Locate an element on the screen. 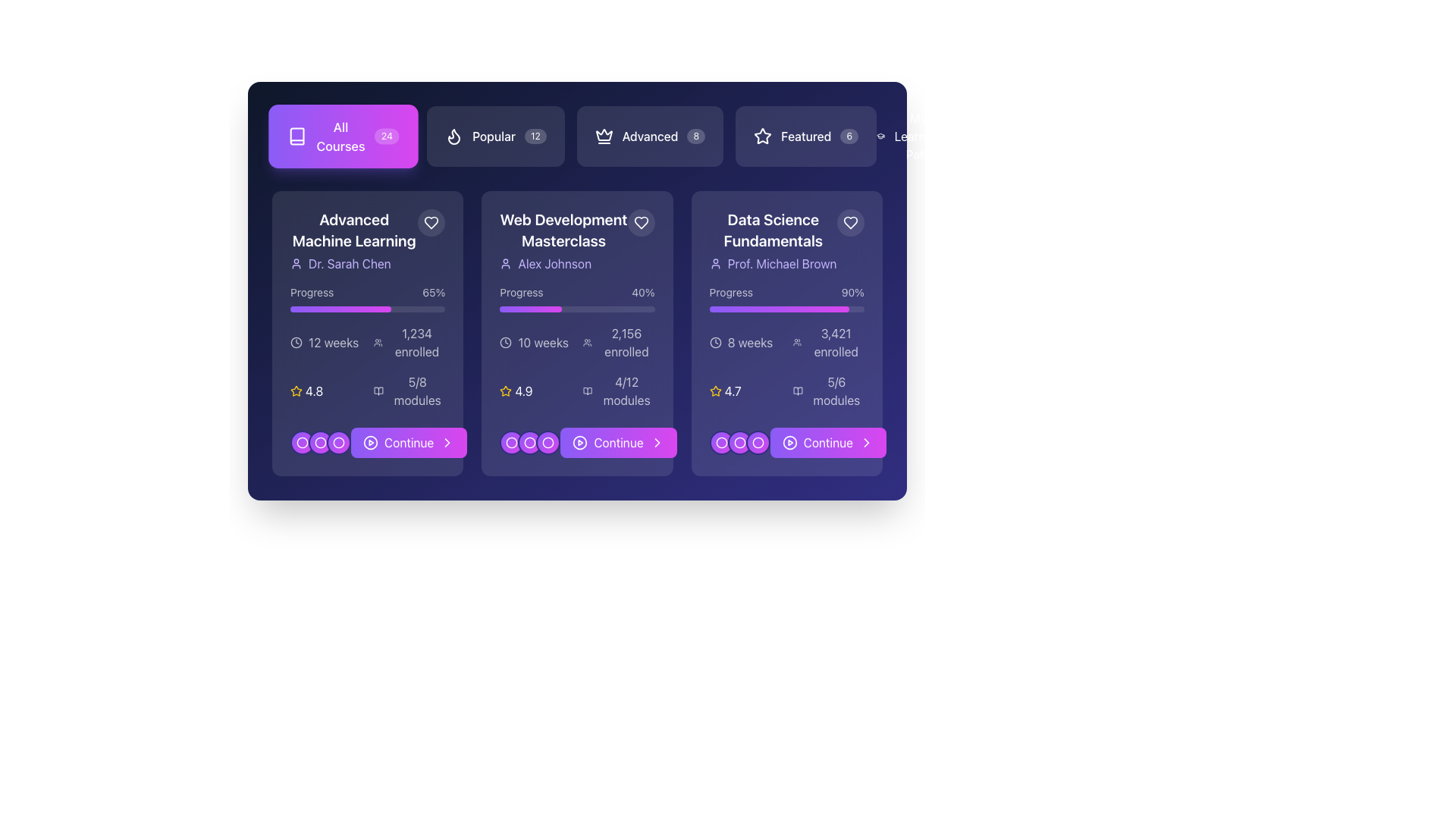  the clock icon representing the course duration, which is located in the second card from the left in the main content area, adjacent to the text '10 weeks' is located at coordinates (506, 342).